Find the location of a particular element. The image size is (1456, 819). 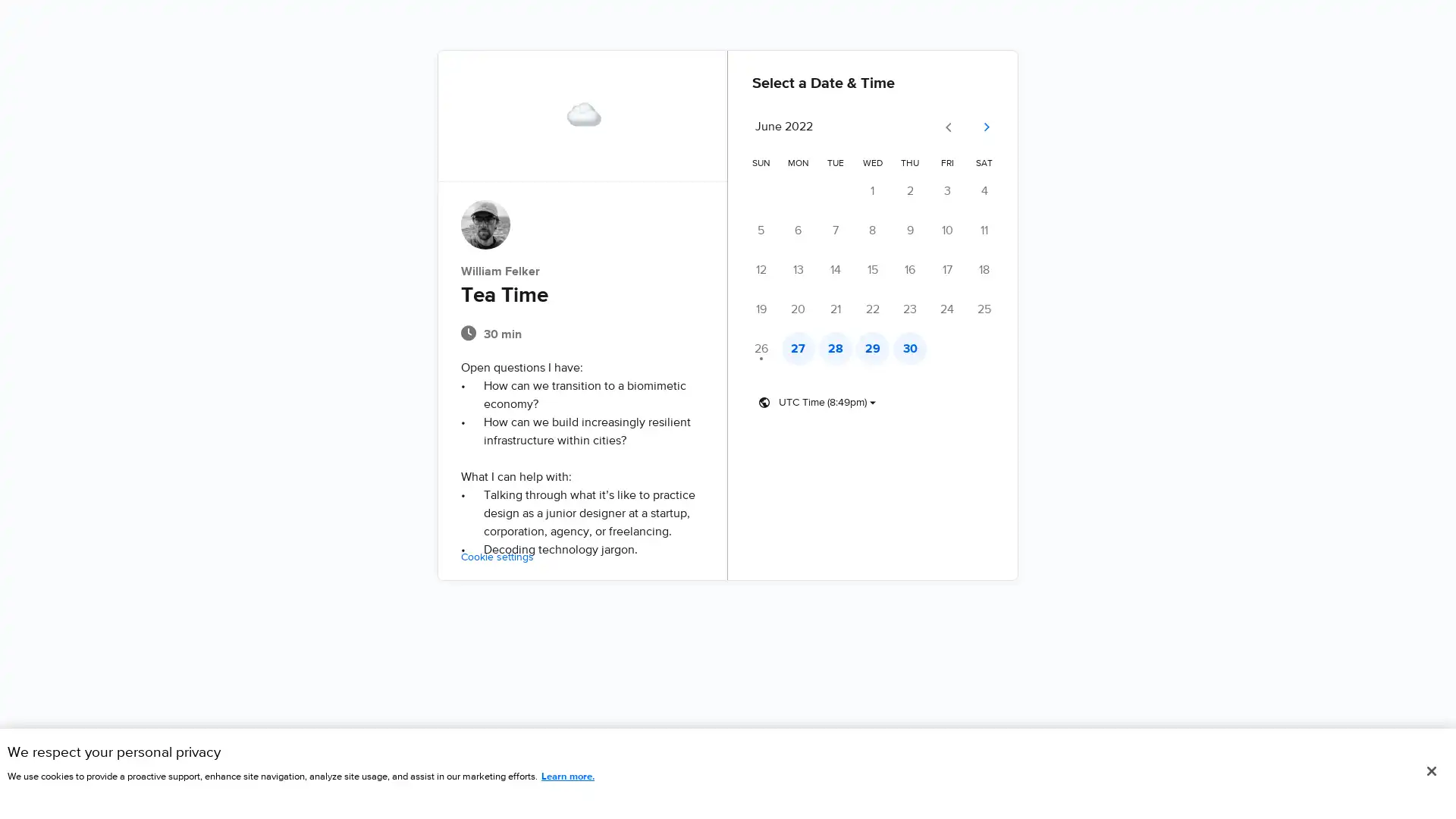

Saturday, June 18 - No times available is located at coordinates (996, 268).